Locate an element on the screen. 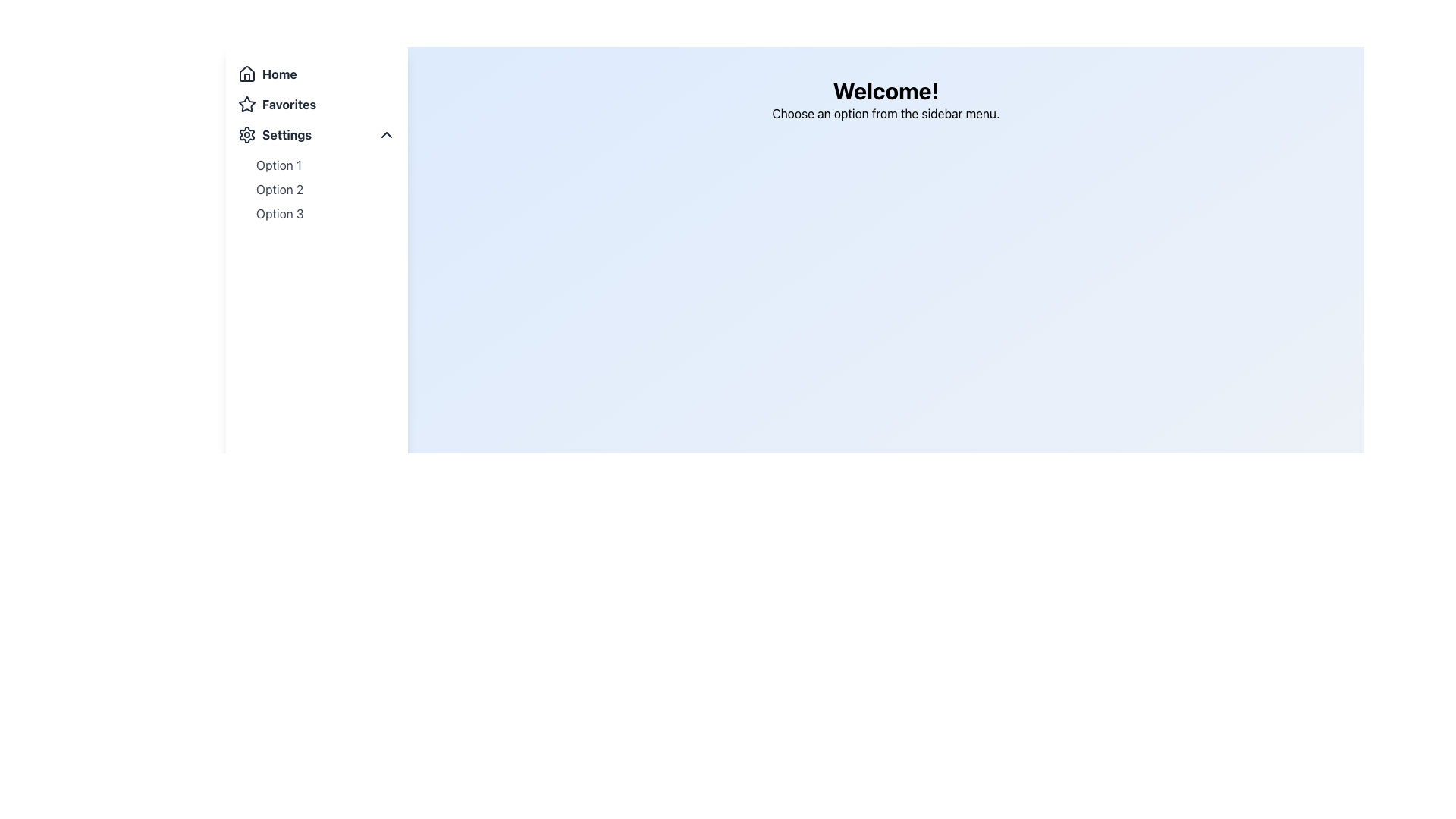 The image size is (1456, 819). keyboard navigation is located at coordinates (315, 143).